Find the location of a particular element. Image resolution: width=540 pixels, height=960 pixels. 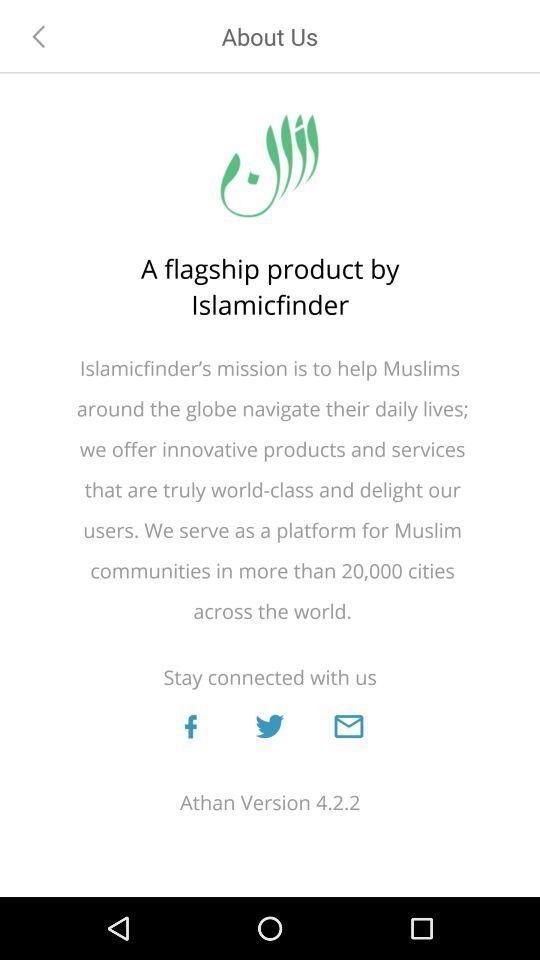

the facebook icon is located at coordinates (190, 725).